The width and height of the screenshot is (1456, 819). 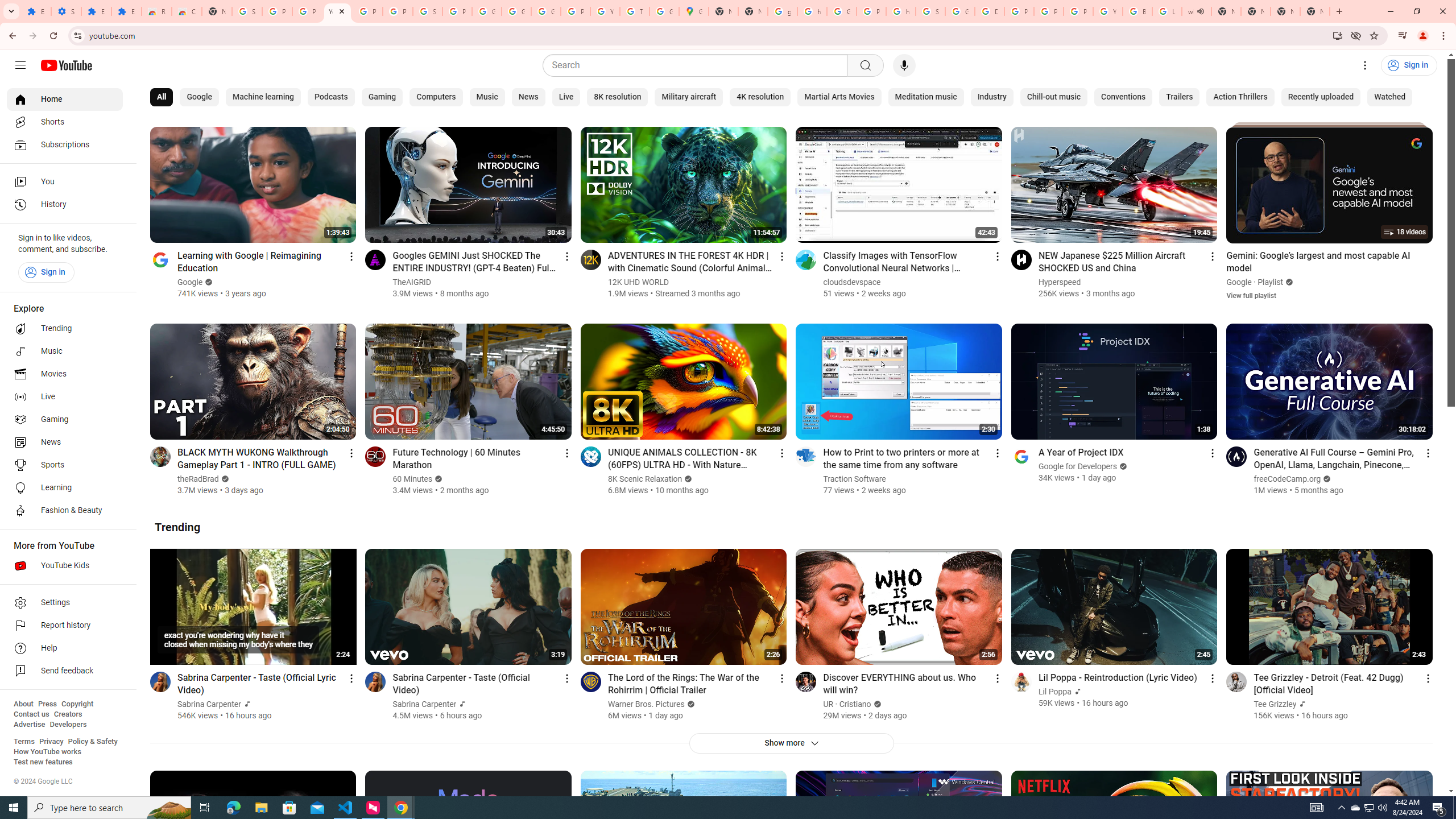 What do you see at coordinates (64, 510) in the screenshot?
I see `'Fashion & Beauty'` at bounding box center [64, 510].